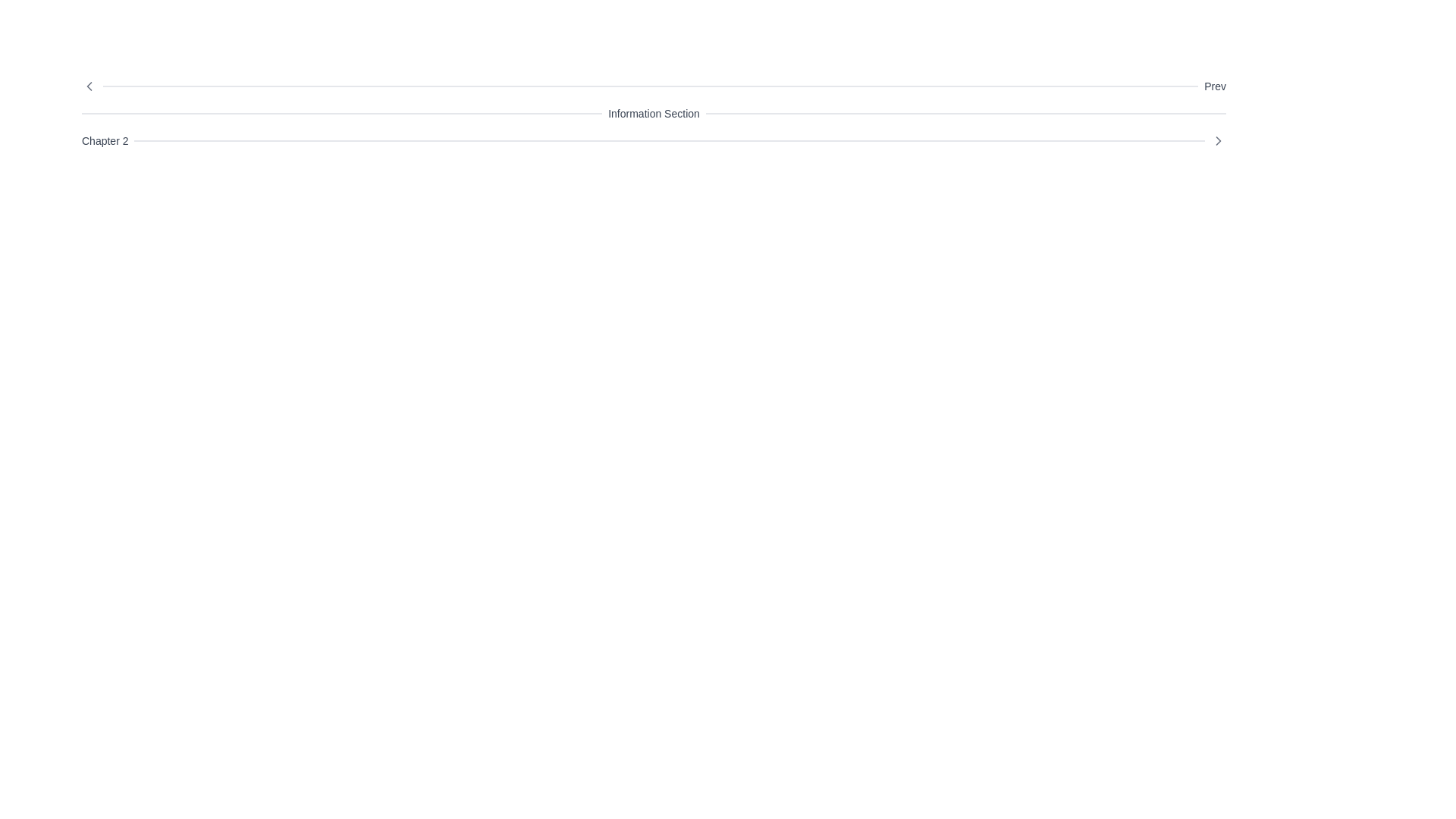 The width and height of the screenshot is (1456, 819). Describe the element at coordinates (89, 86) in the screenshot. I see `the leftward navigation icon that indicates navigation towards the preceding item or section, which is positioned before the 'Prev' label and adjacent to a decorative line` at that location.